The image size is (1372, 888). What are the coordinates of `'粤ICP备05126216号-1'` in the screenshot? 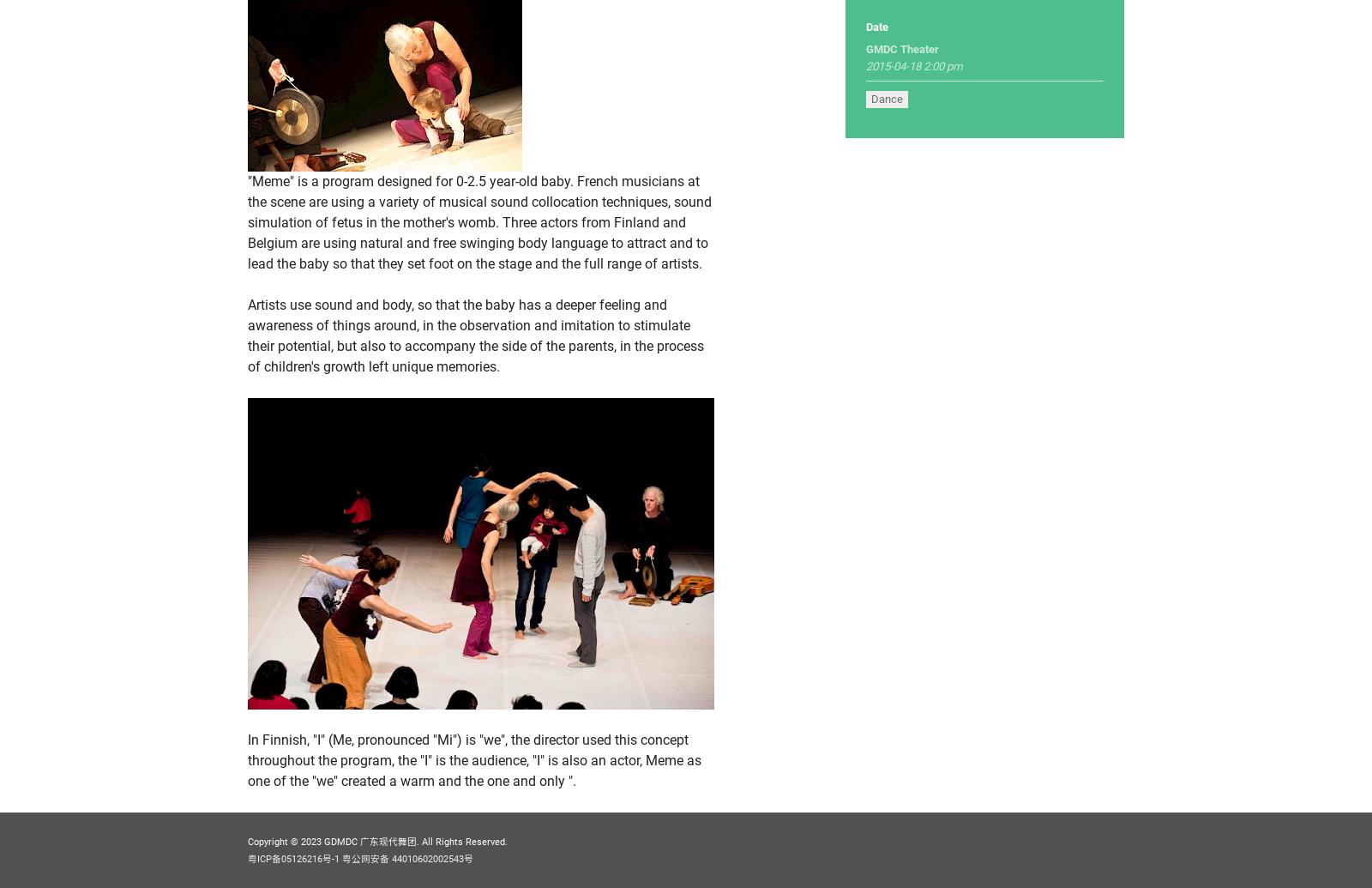 It's located at (247, 857).